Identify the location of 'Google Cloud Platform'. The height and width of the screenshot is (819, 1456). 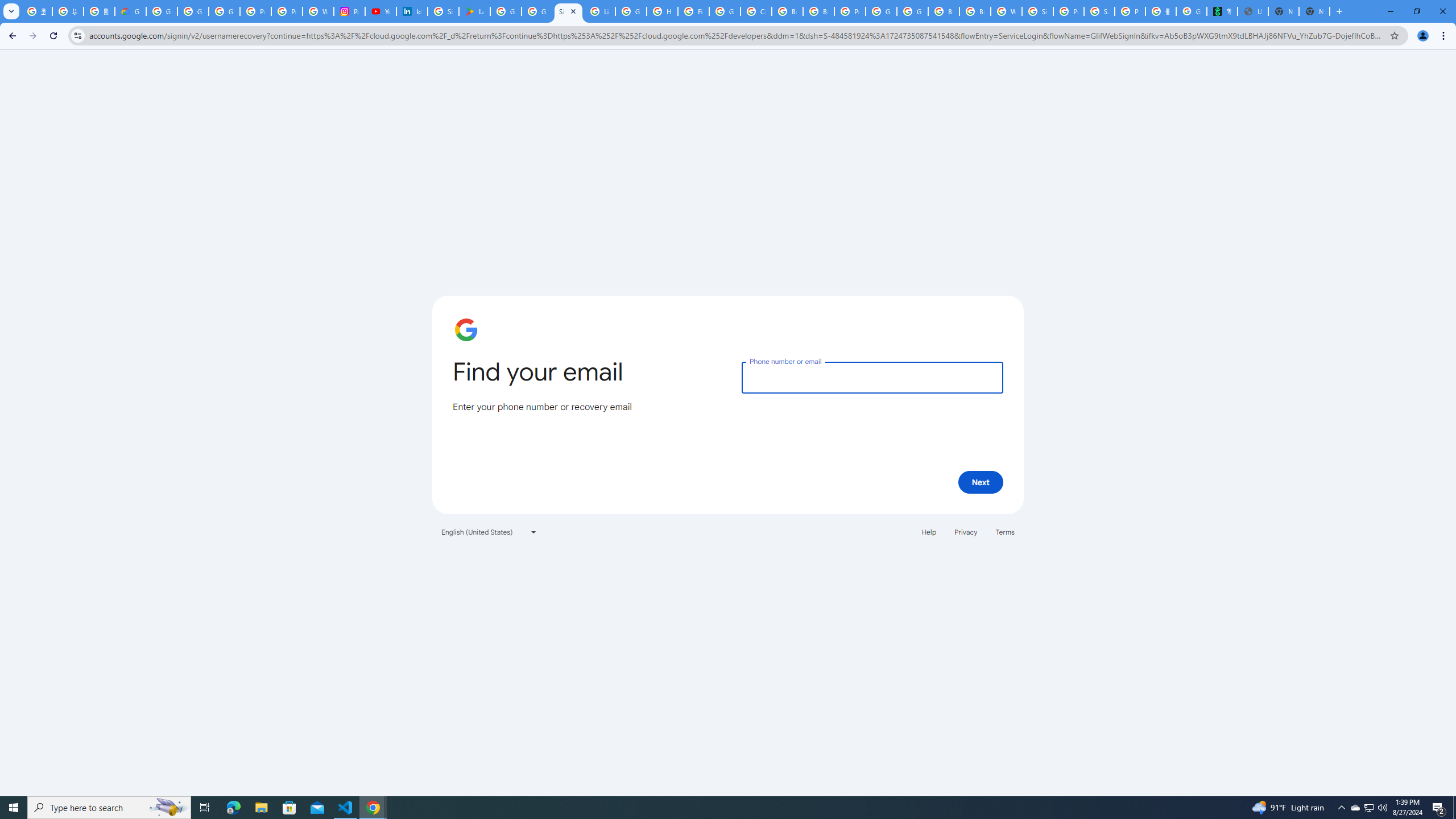
(881, 11).